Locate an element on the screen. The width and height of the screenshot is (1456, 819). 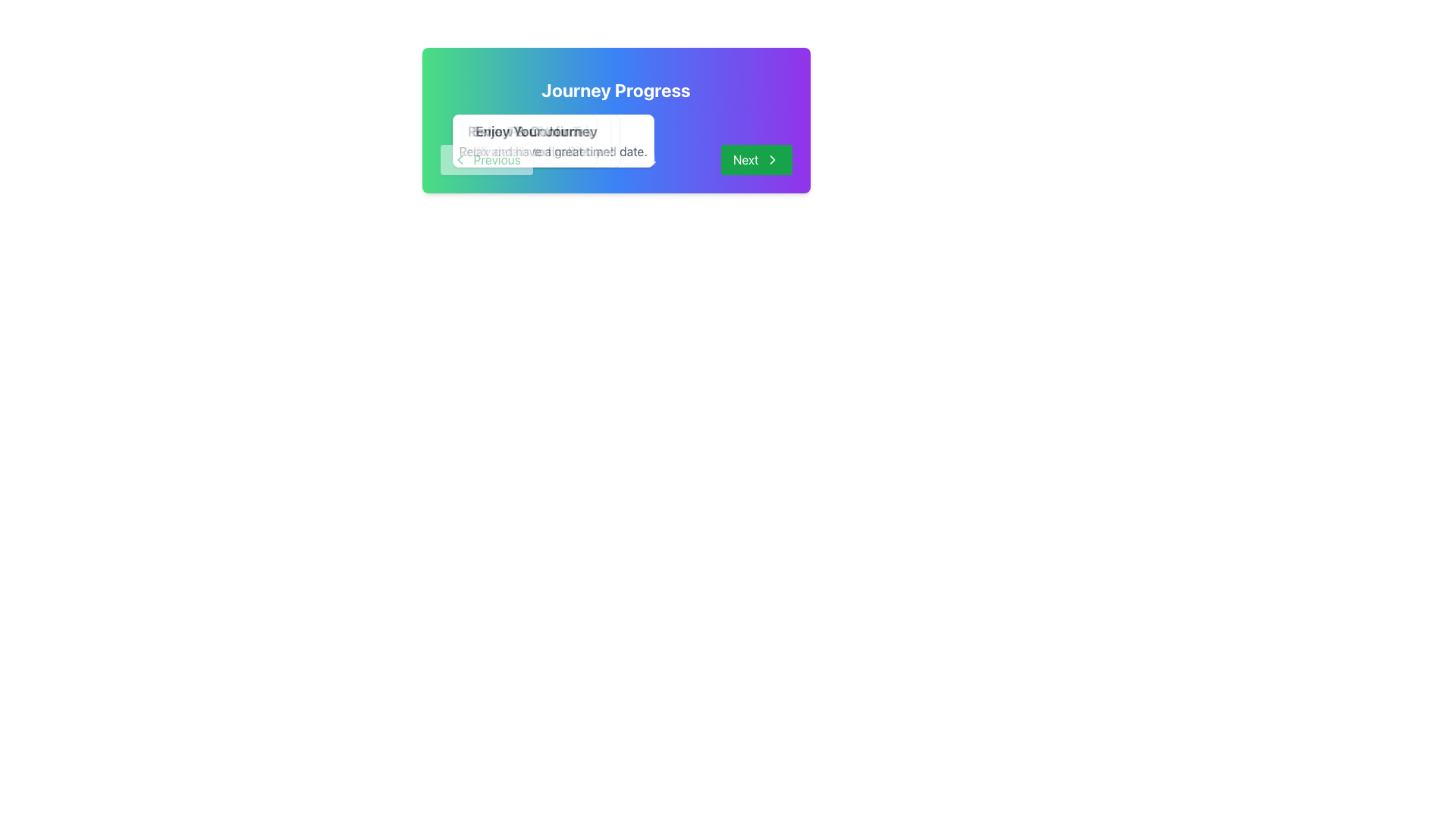
the fourth Information card in the Journey Progress section is located at coordinates (536, 140).